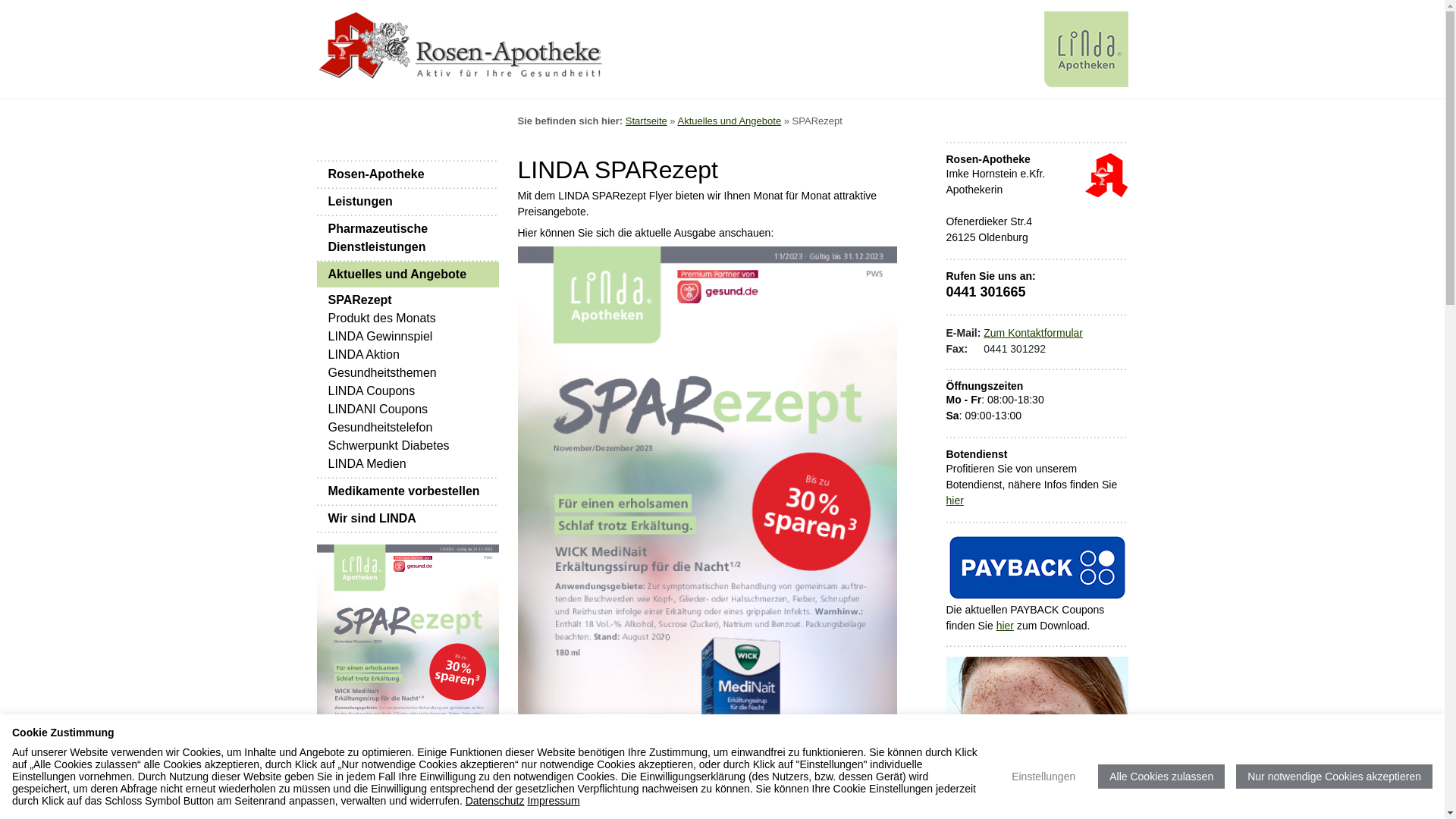 The height and width of the screenshot is (819, 1456). Describe the element at coordinates (1037, 567) in the screenshot. I see `'Payback'` at that location.